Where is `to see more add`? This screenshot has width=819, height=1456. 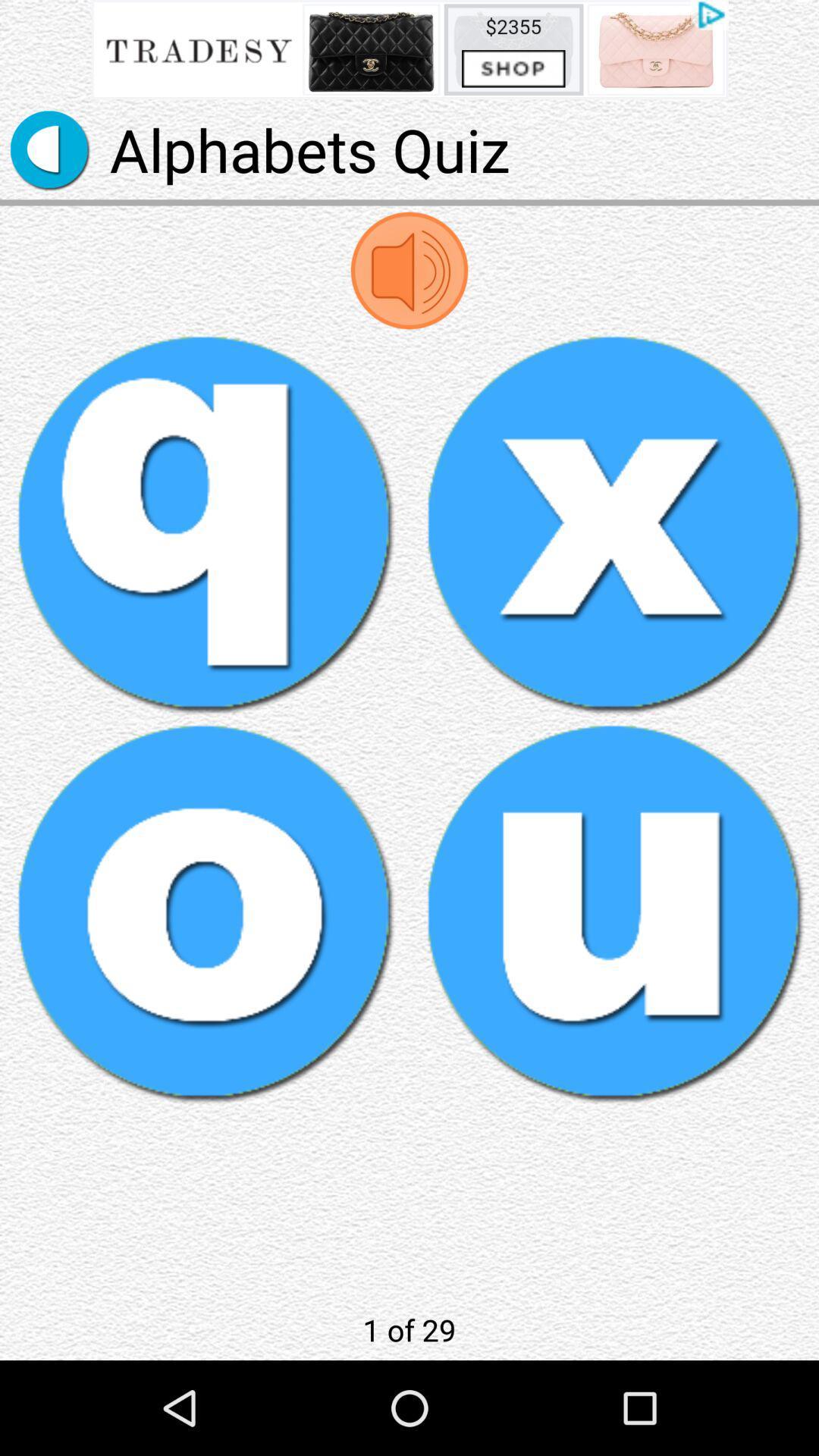 to see more add is located at coordinates (409, 49).